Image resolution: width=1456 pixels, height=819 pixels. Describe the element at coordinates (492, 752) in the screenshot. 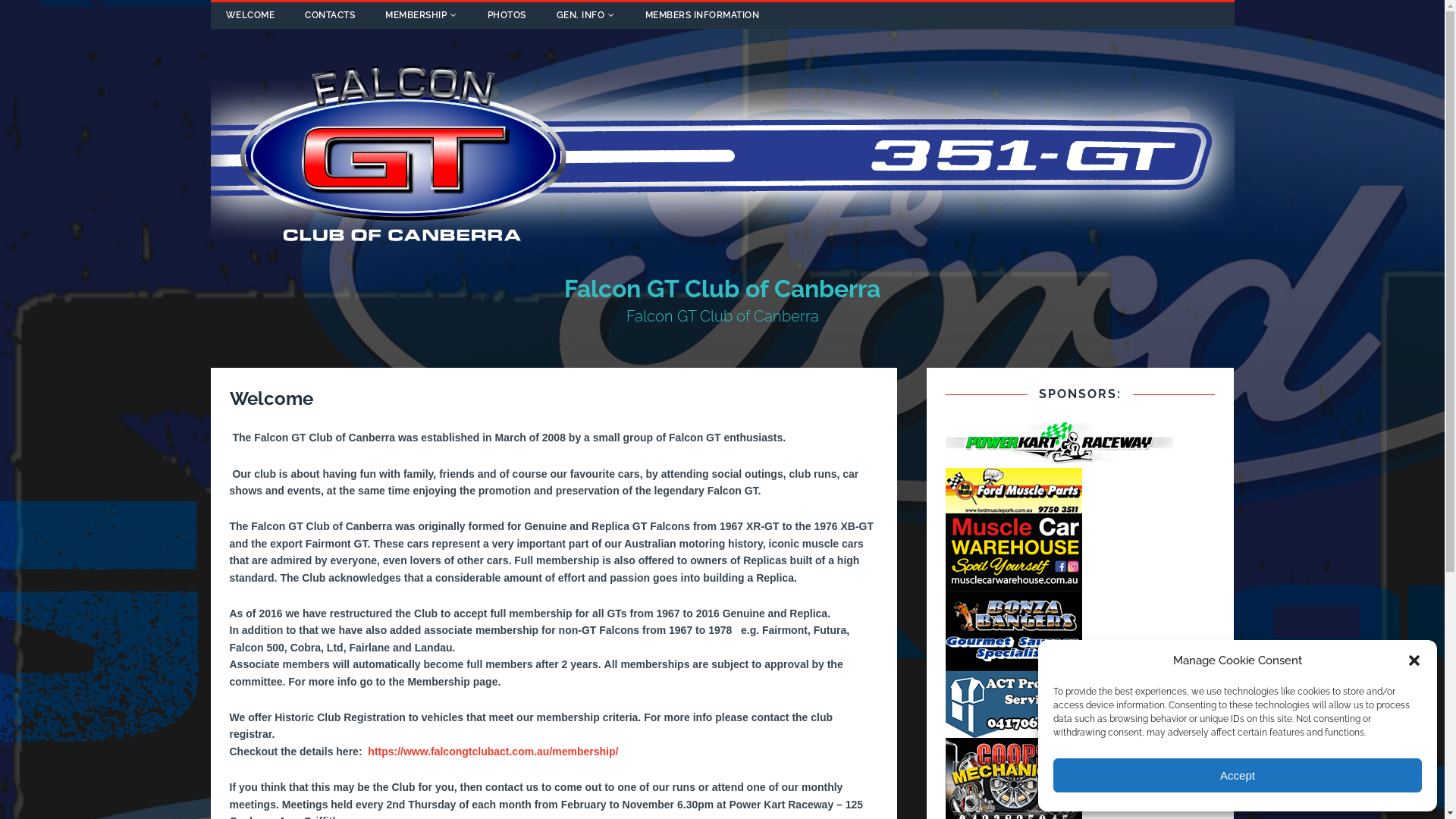

I see `'https://www.falcongtclubact.com.au/membership/'` at that location.